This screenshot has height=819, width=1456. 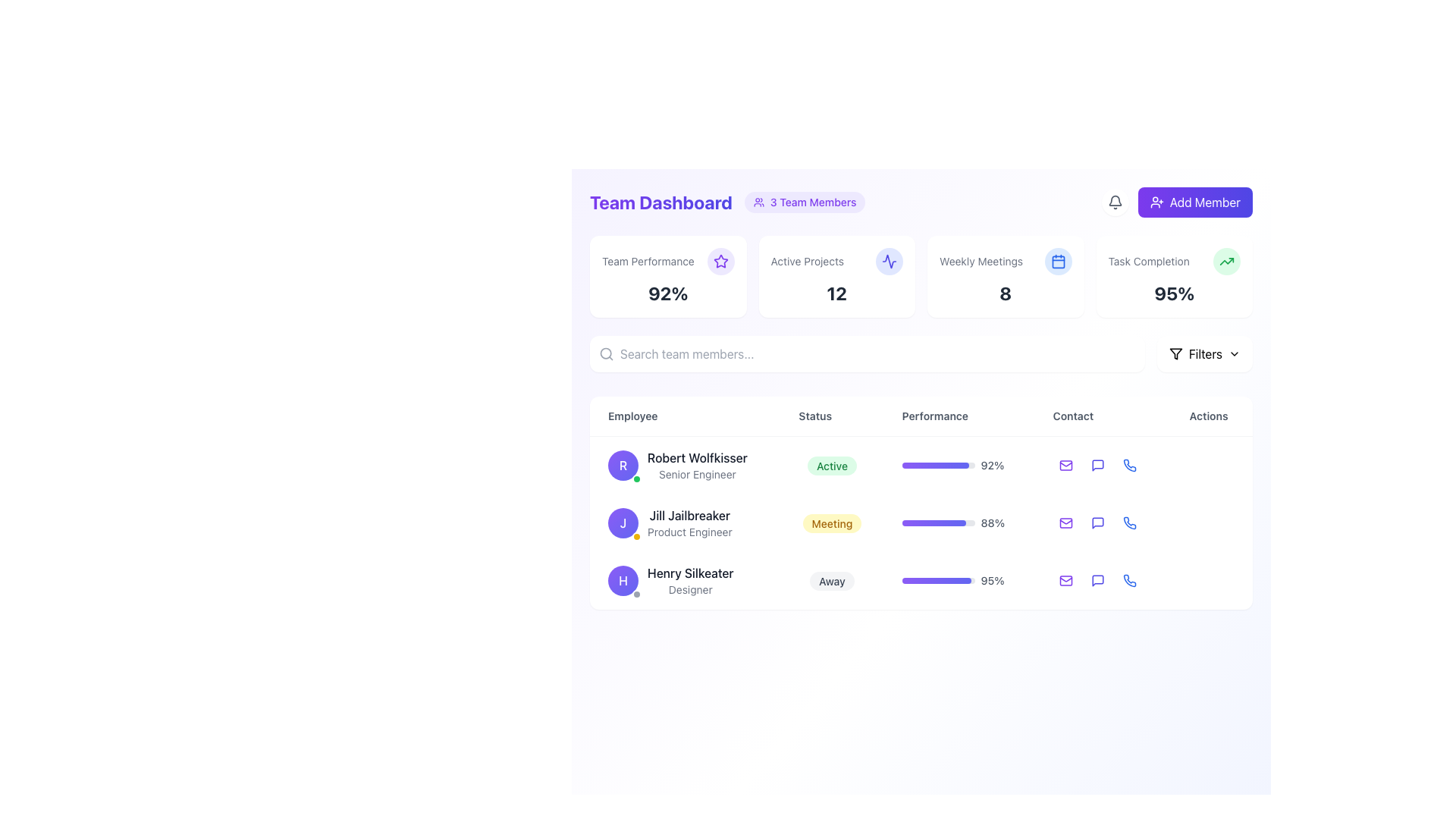 What do you see at coordinates (689, 522) in the screenshot?
I see `text display element that identifies a team member, showing their name and position title, located in the second row under the 'Employee' column of a table layout, below 'Robert Wolfkisser'` at bounding box center [689, 522].